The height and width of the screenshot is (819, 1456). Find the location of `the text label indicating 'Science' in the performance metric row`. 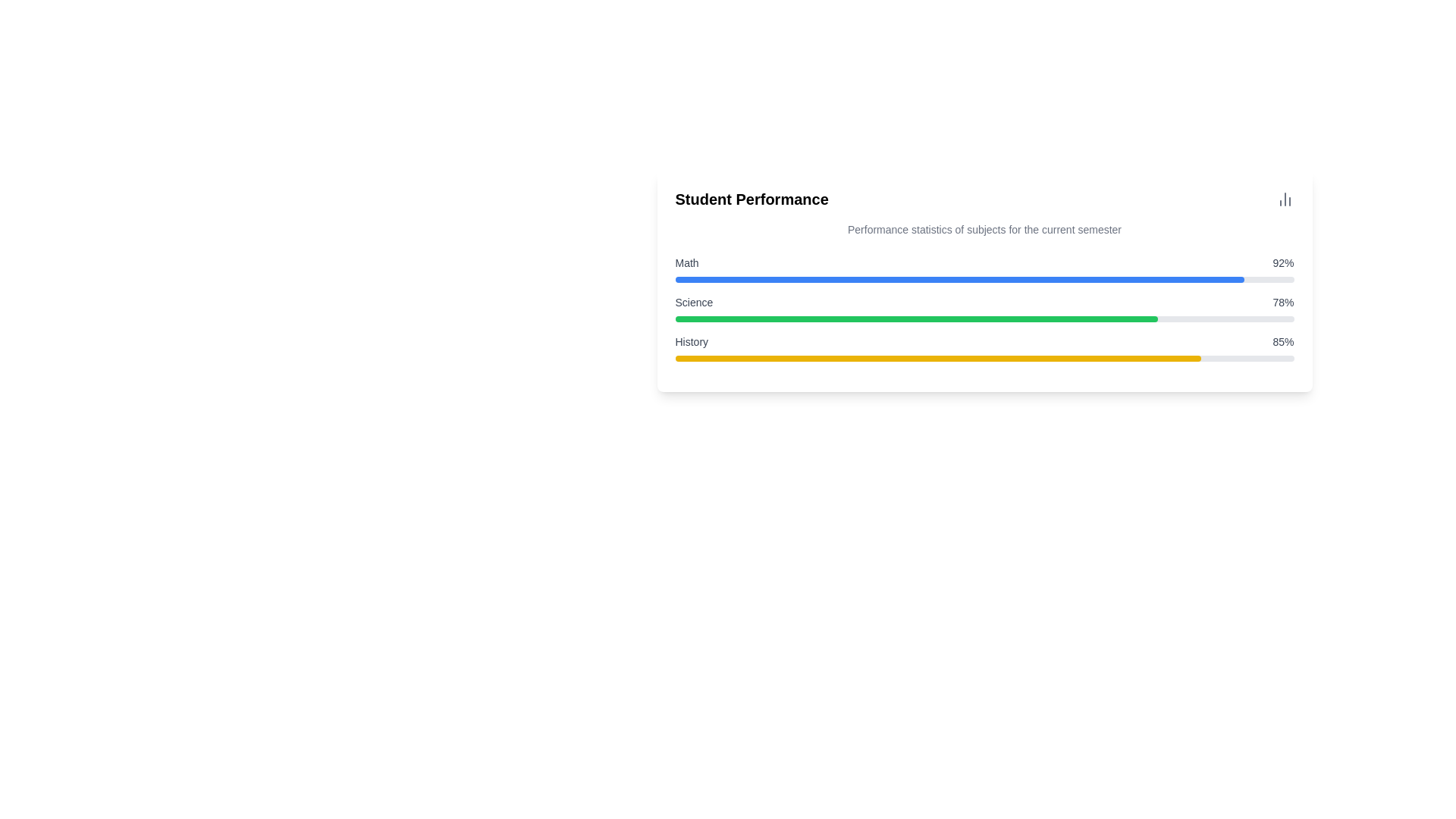

the text label indicating 'Science' in the performance metric row is located at coordinates (693, 302).